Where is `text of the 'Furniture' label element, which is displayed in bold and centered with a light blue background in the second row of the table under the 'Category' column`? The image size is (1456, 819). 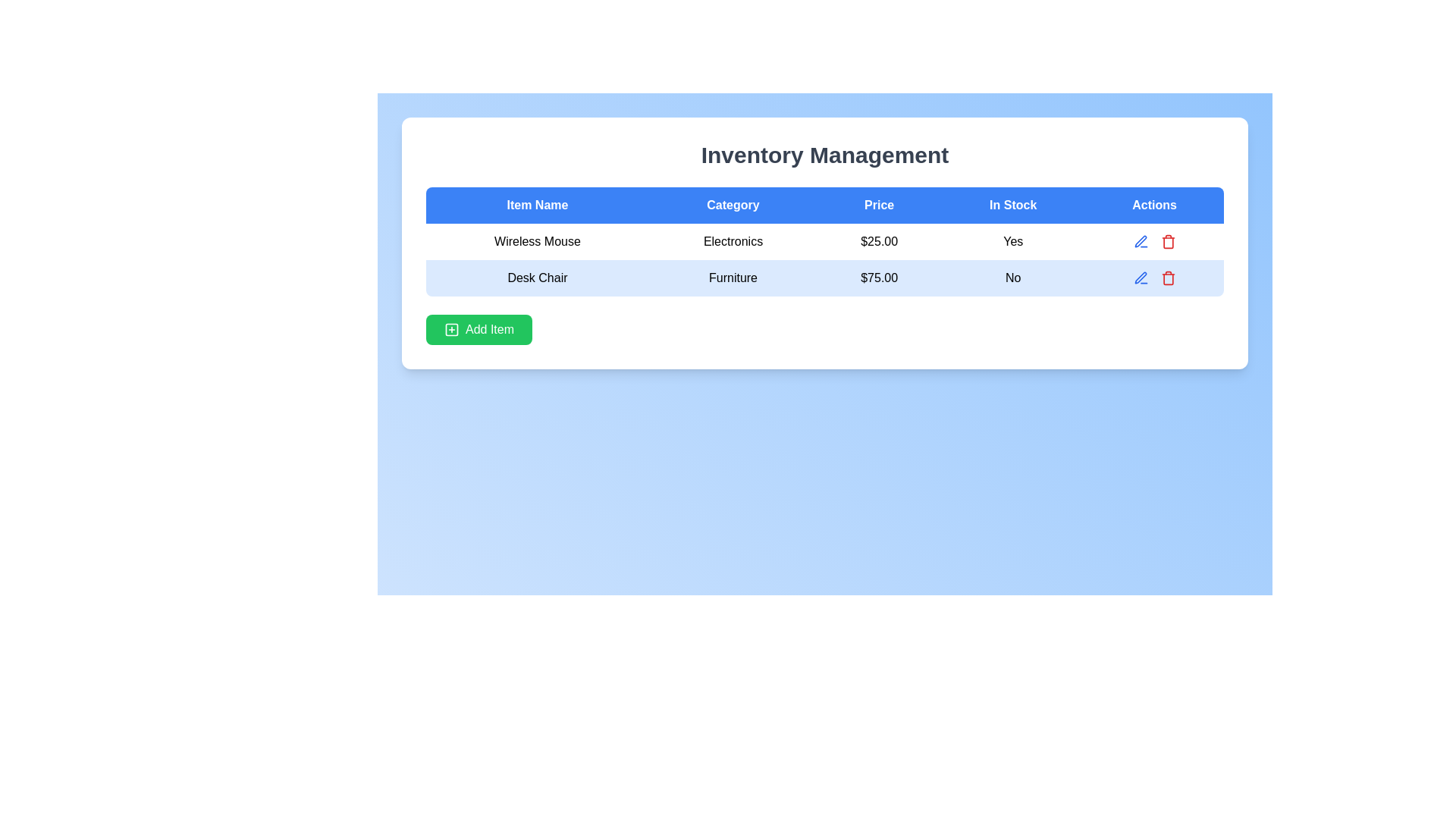
text of the 'Furniture' label element, which is displayed in bold and centered with a light blue background in the second row of the table under the 'Category' column is located at coordinates (733, 278).